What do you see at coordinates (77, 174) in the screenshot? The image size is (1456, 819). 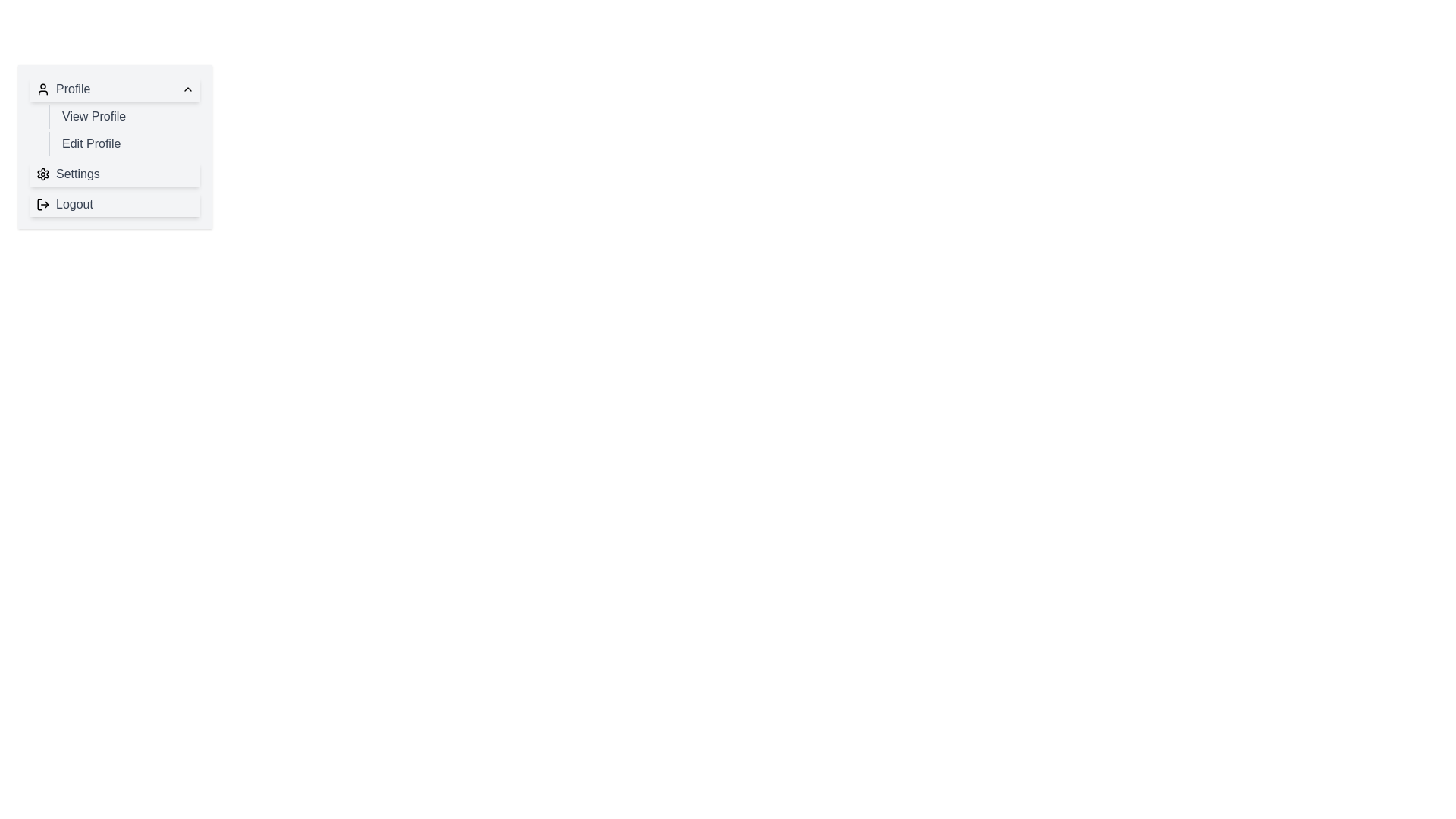 I see `the 'Settings' text label which is positioned immediately to the right of the gear-shaped icon in the vertical menu structure` at bounding box center [77, 174].